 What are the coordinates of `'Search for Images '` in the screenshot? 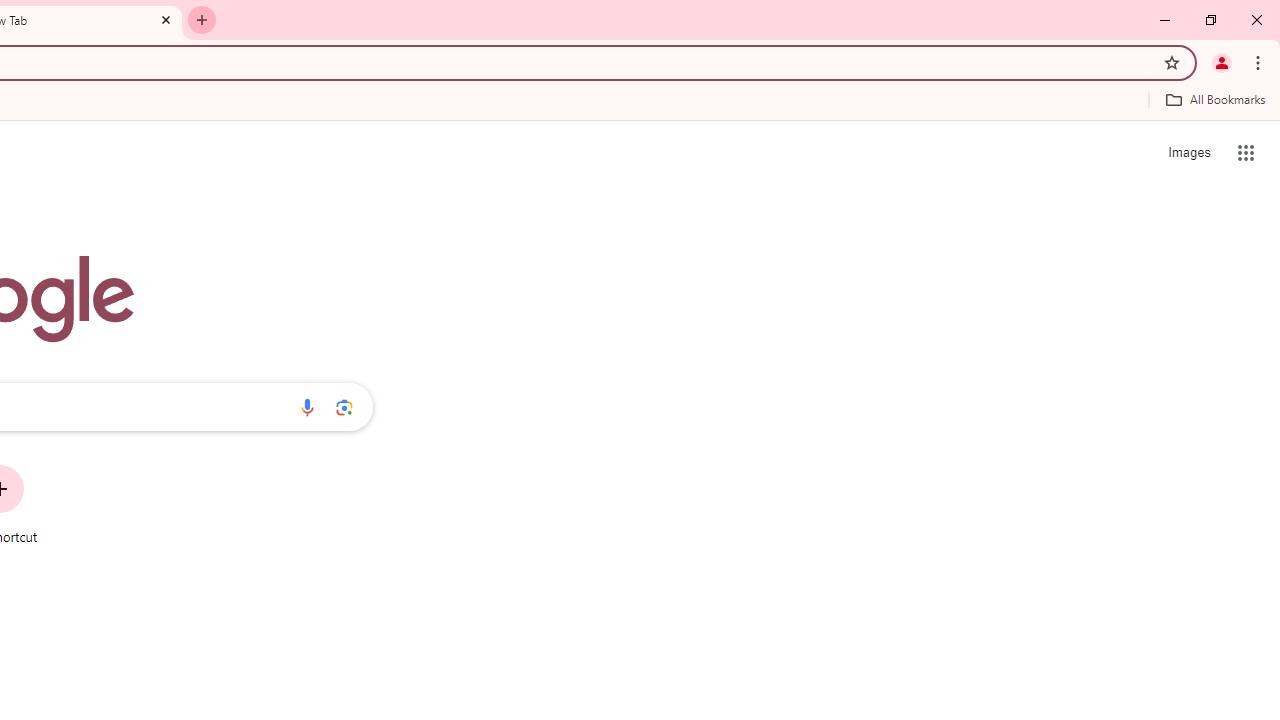 It's located at (1189, 152).